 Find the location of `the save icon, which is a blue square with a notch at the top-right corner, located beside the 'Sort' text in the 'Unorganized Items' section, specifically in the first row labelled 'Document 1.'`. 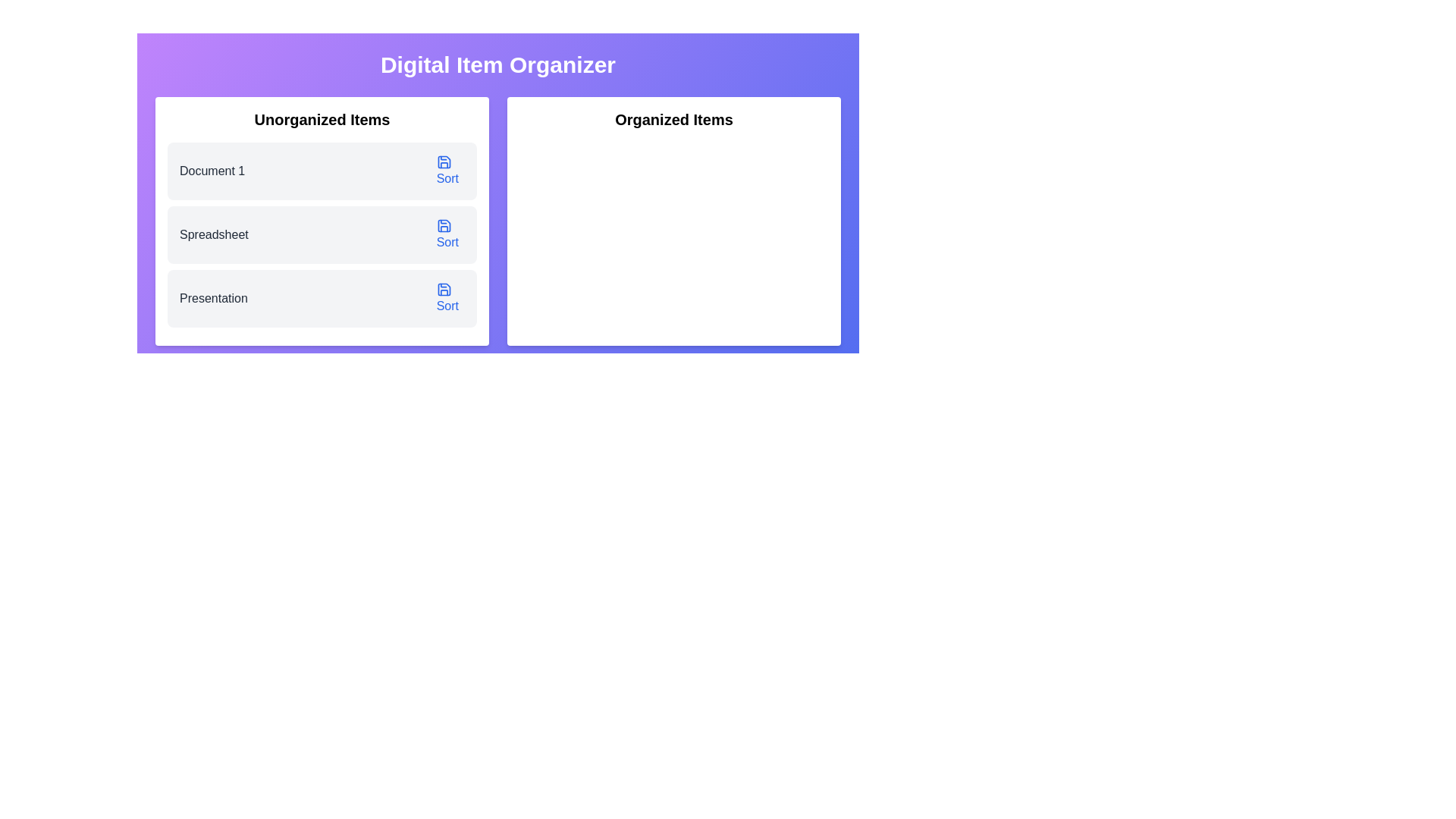

the save icon, which is a blue square with a notch at the top-right corner, located beside the 'Sort' text in the 'Unorganized Items' section, specifically in the first row labelled 'Document 1.' is located at coordinates (443, 162).